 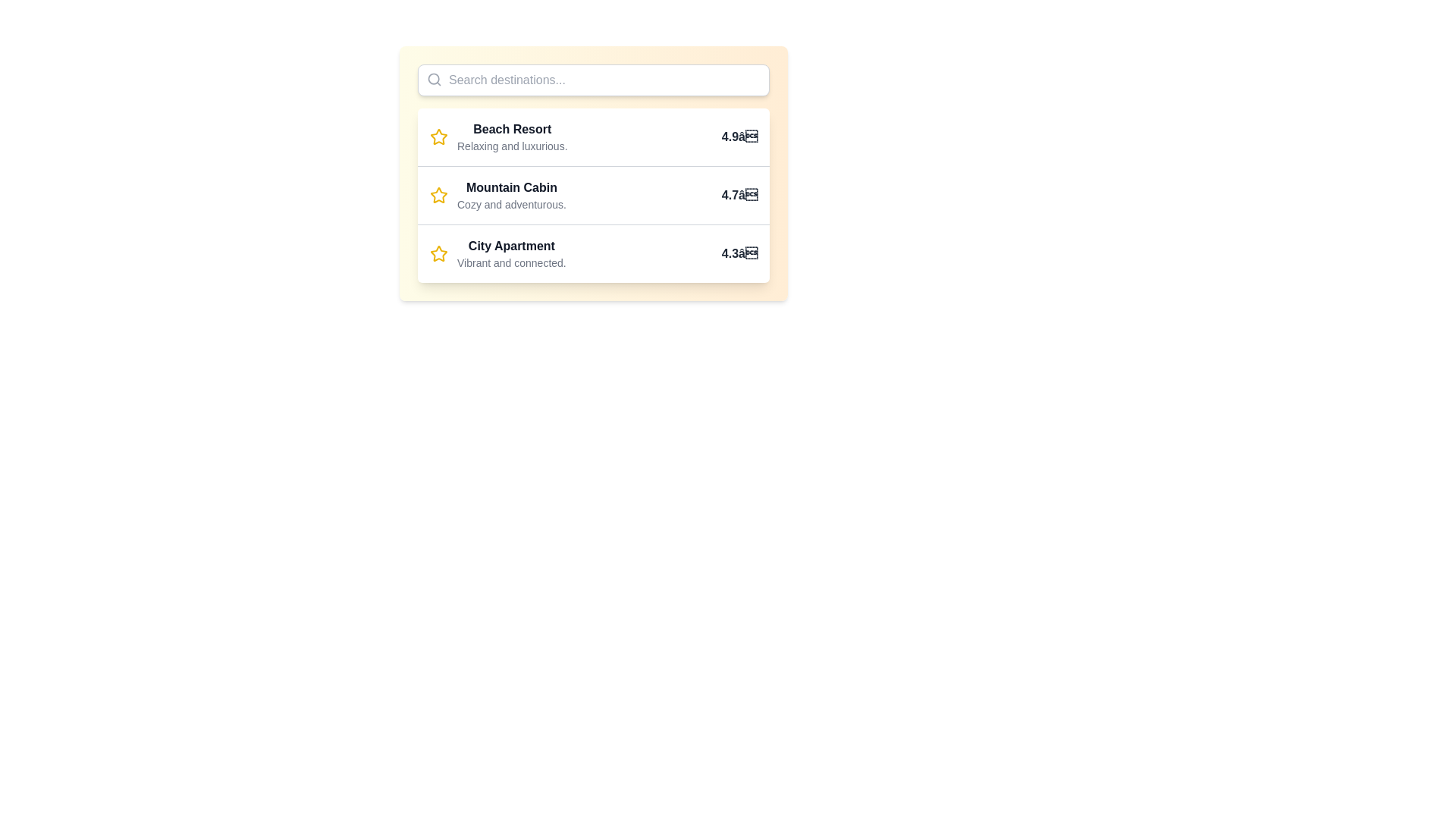 What do you see at coordinates (511, 262) in the screenshot?
I see `the Text Label element displaying 'Vibrant and connected.' which is located below the heading 'City Apartment.'` at bounding box center [511, 262].